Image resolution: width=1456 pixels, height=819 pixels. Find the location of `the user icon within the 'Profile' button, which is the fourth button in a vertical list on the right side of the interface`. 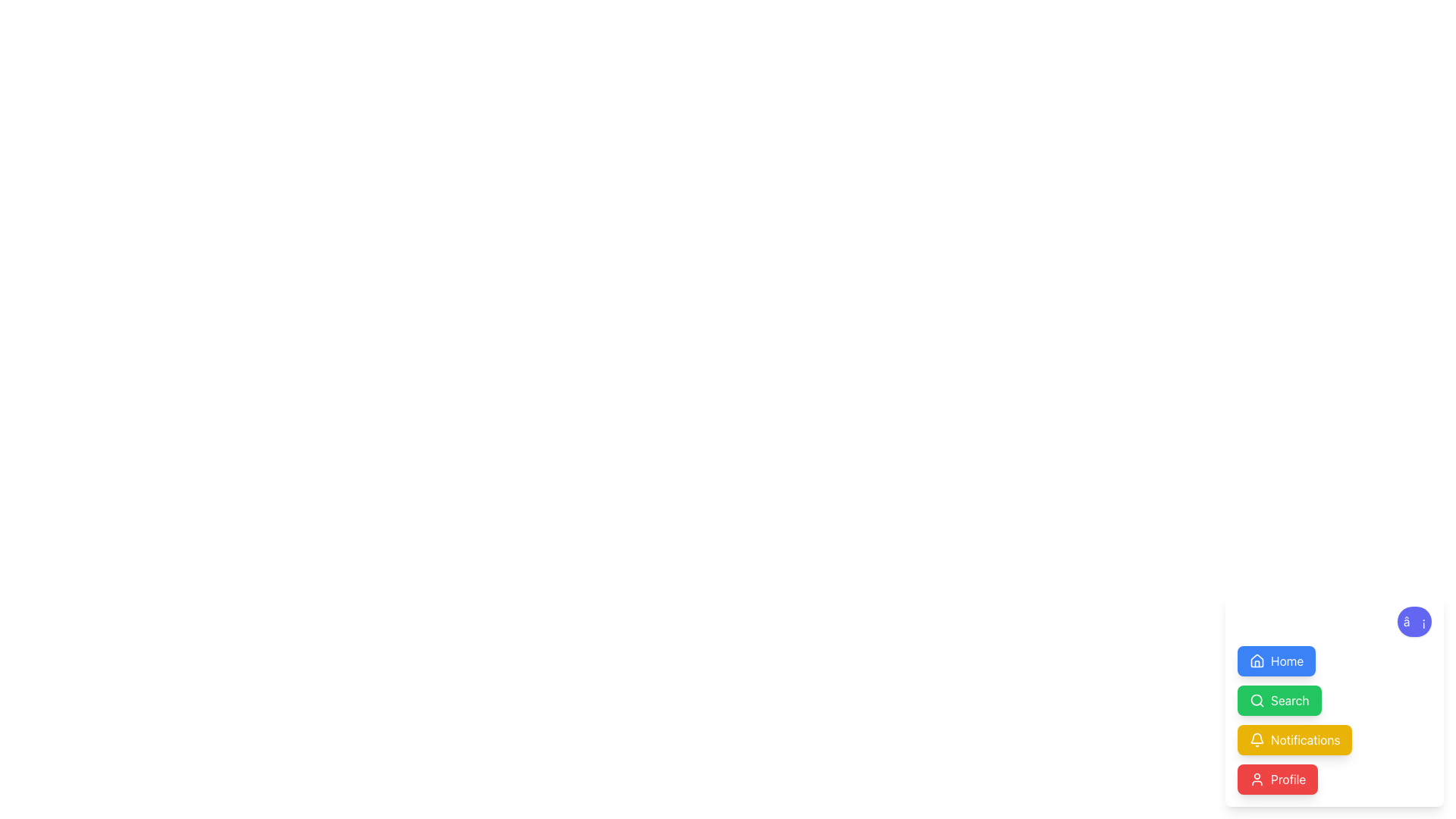

the user icon within the 'Profile' button, which is the fourth button in a vertical list on the right side of the interface is located at coordinates (1257, 780).